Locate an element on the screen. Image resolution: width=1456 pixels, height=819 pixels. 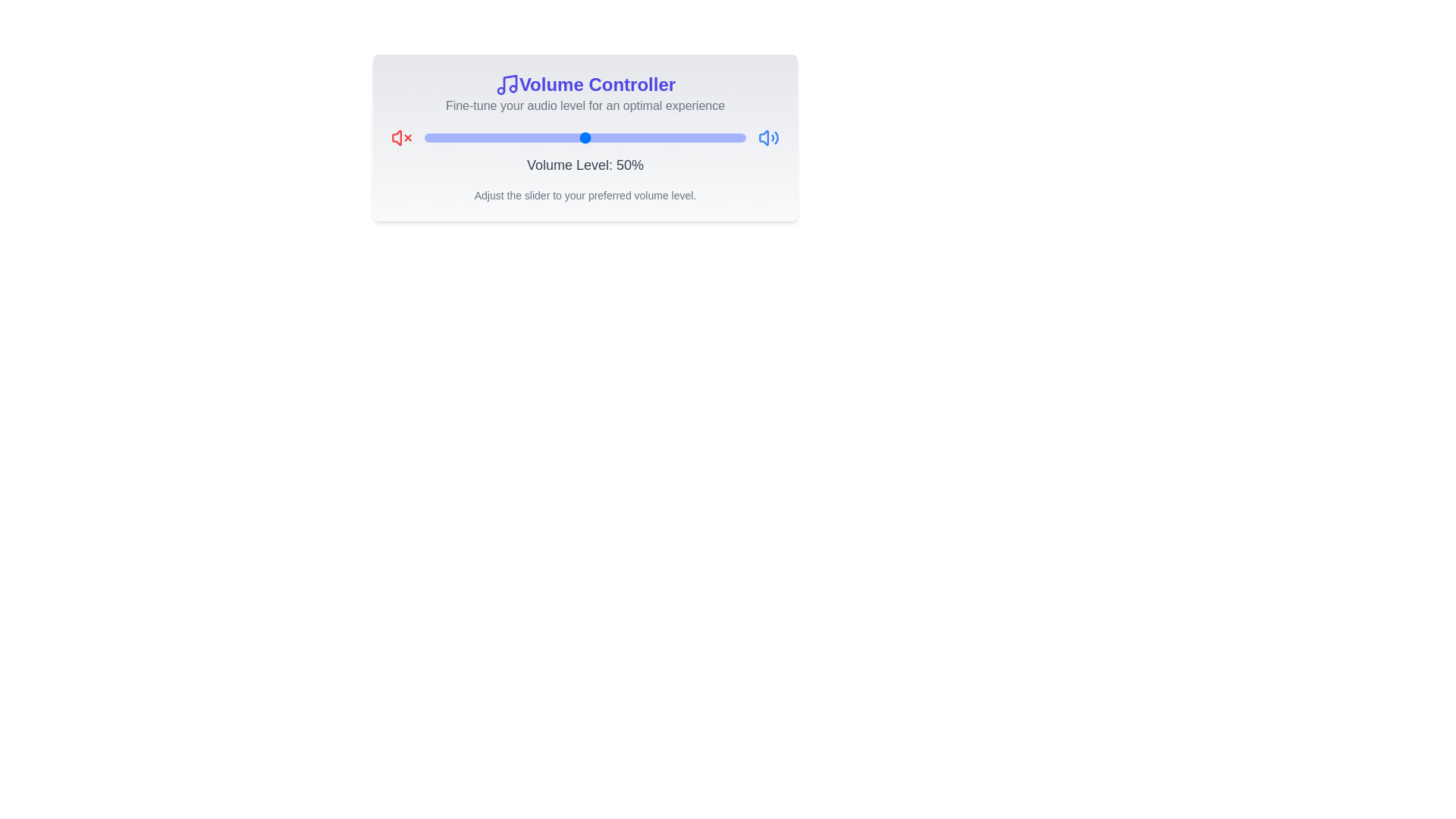
the volume slider to set the volume to 70% is located at coordinates (649, 137).